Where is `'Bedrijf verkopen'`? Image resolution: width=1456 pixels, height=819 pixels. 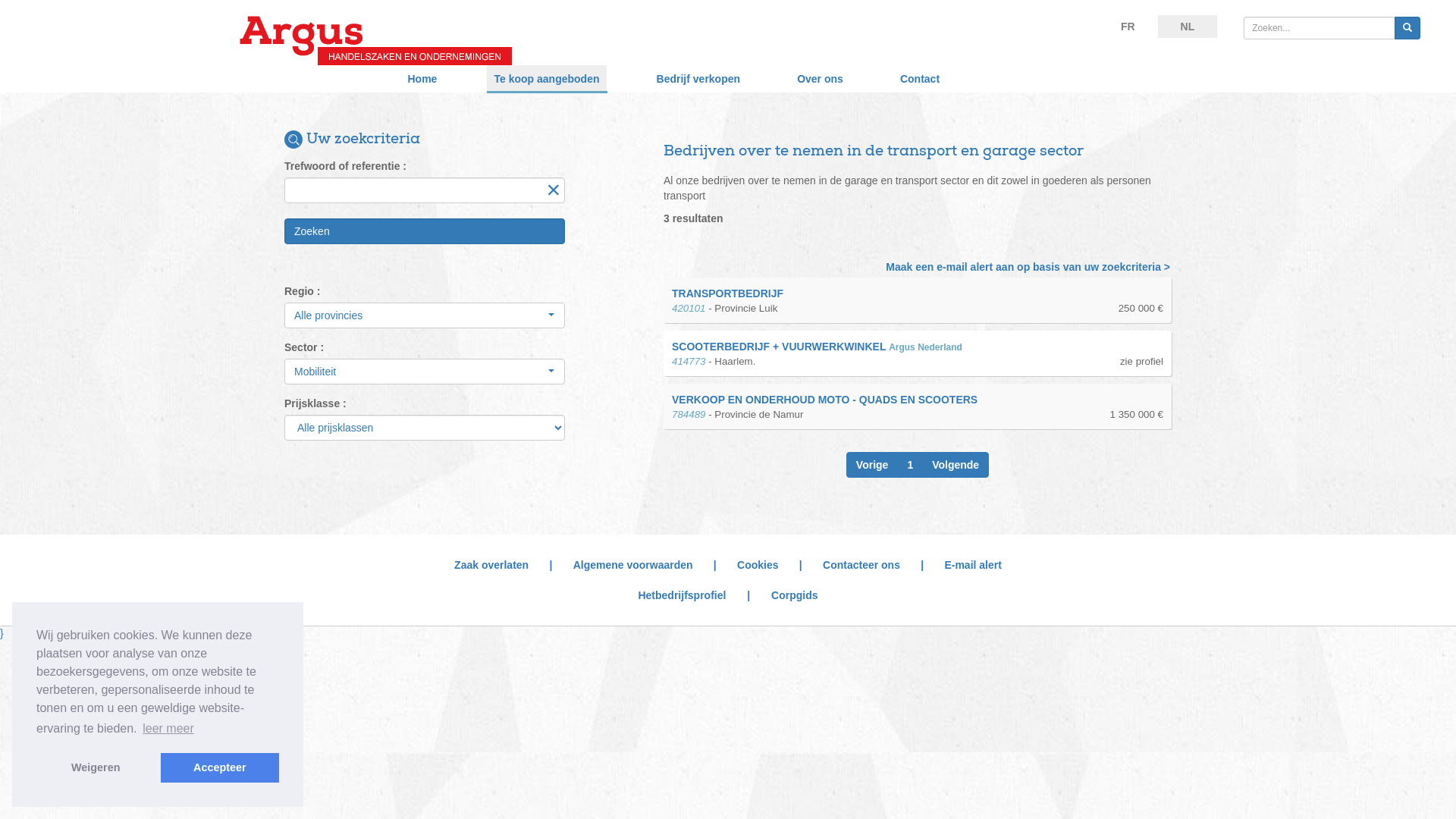 'Bedrijf verkopen' is located at coordinates (698, 79).